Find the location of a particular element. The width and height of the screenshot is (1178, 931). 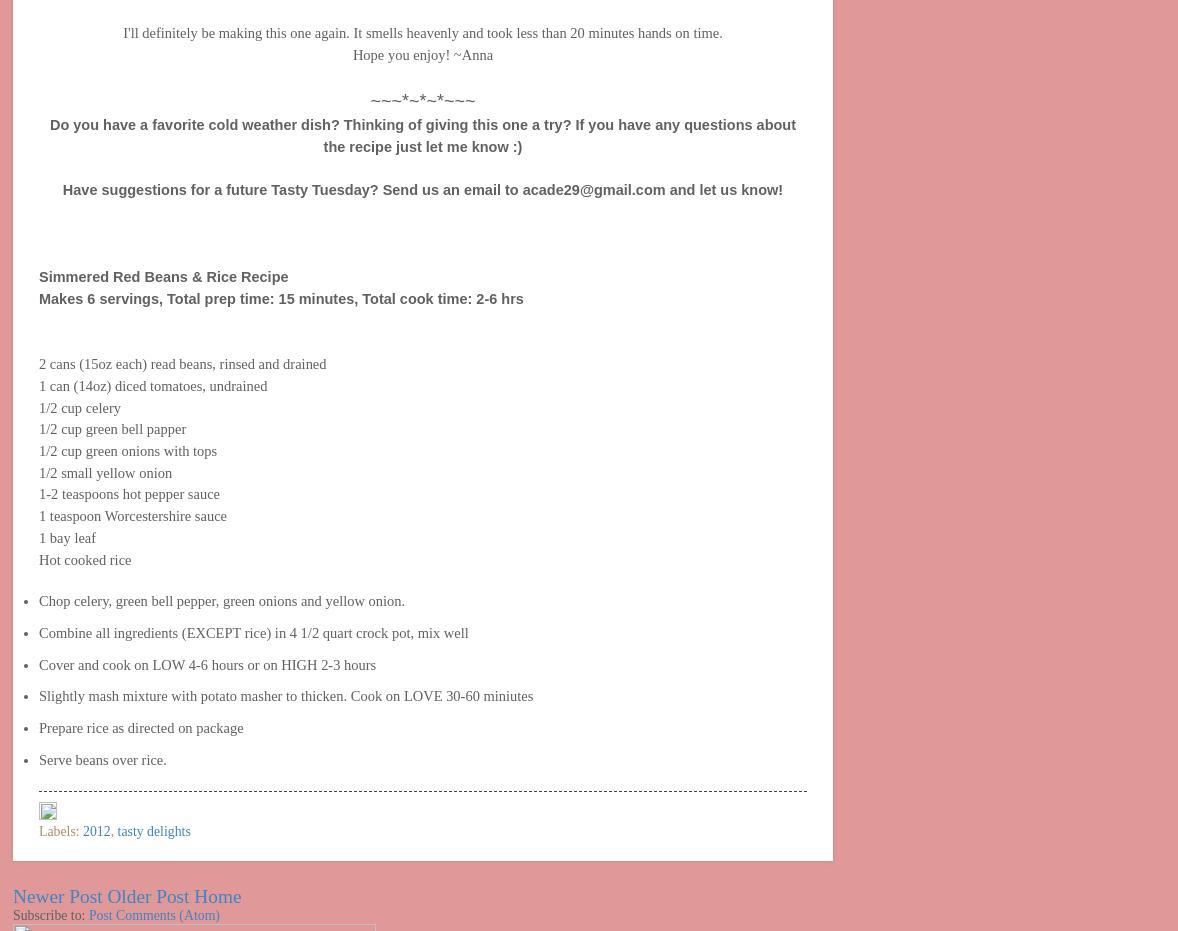

'2 cans (15oz each) read beans, rinsed and drained' is located at coordinates (181, 364).